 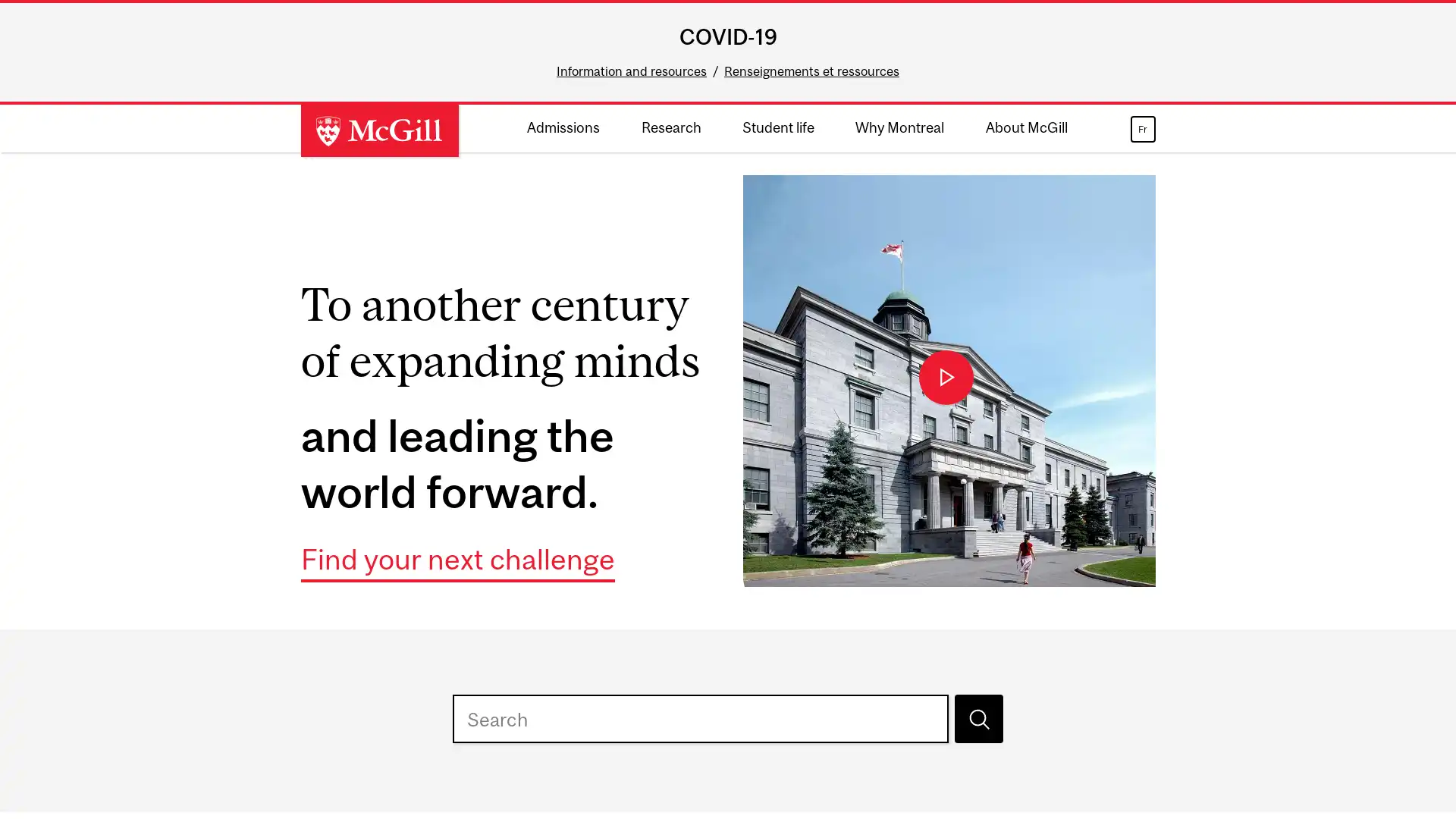 What do you see at coordinates (1026, 127) in the screenshot?
I see `About McGill` at bounding box center [1026, 127].